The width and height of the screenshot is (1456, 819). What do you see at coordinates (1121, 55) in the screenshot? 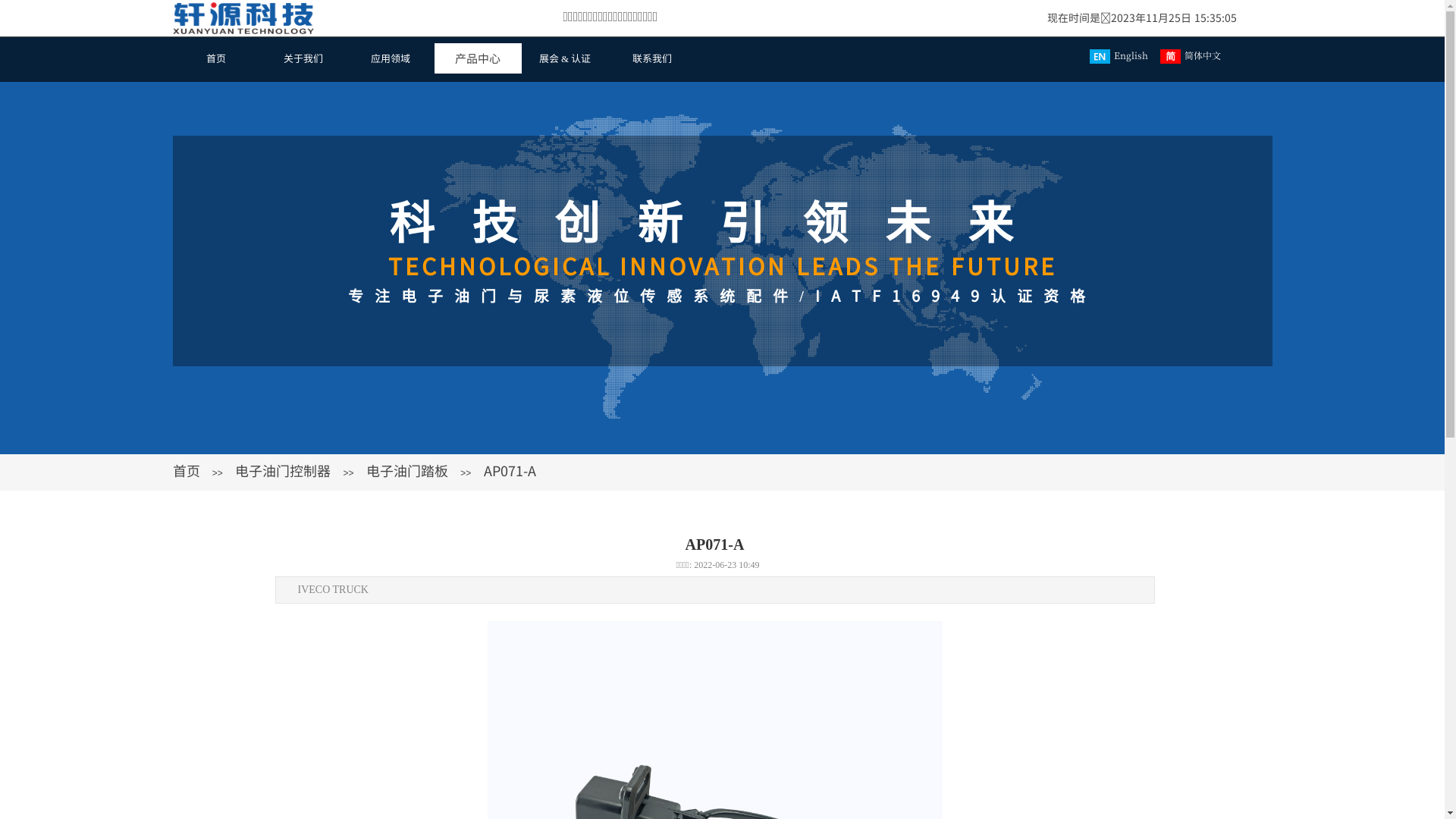
I see `'English'` at bounding box center [1121, 55].